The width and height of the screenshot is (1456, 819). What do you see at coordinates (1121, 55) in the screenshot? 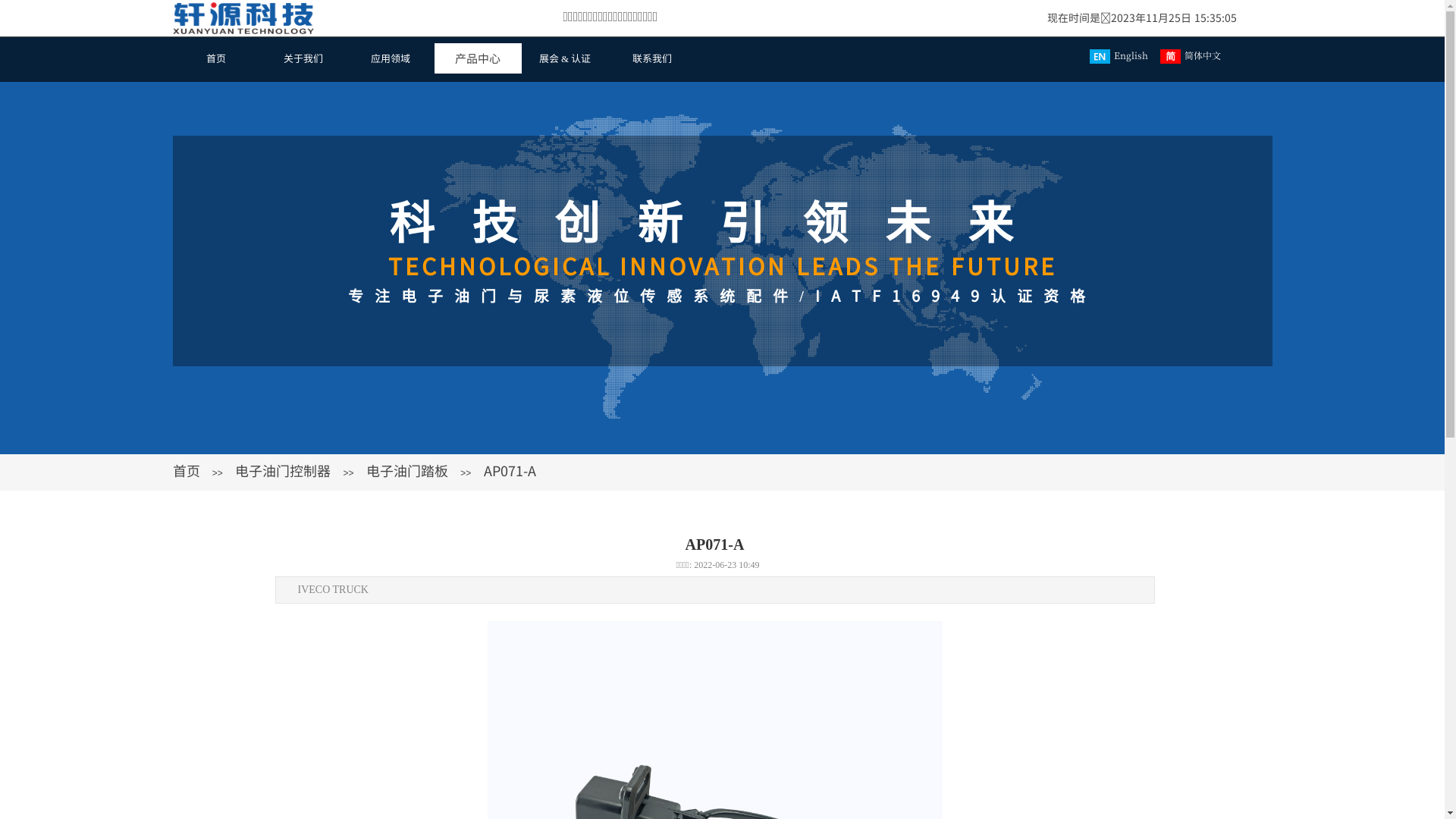
I see `'English'` at bounding box center [1121, 55].